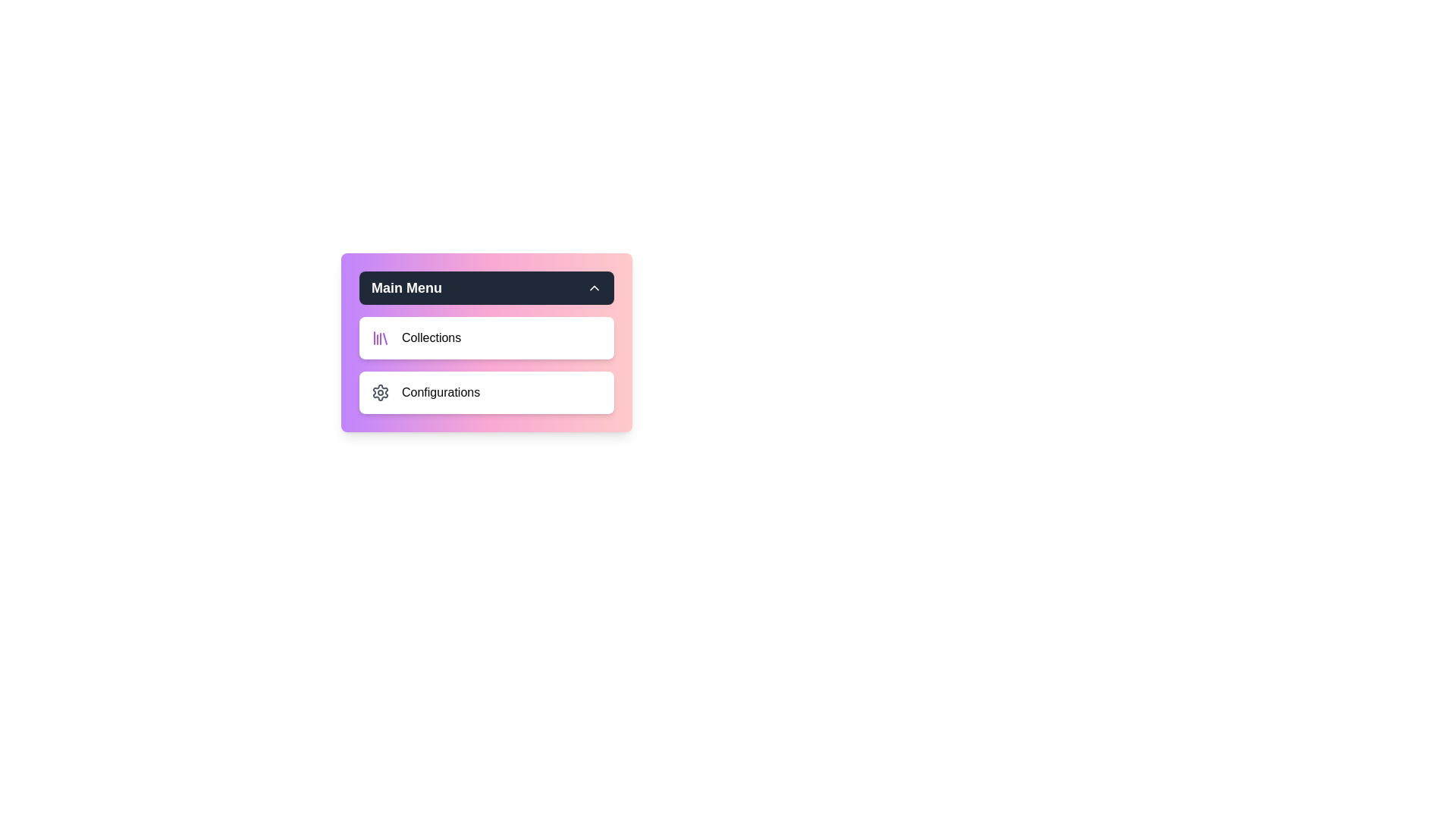 The width and height of the screenshot is (1456, 819). Describe the element at coordinates (593, 288) in the screenshot. I see `the SVG graphic icon with an arrow shape located on the right side of the 'Main Menu' section's header` at that location.